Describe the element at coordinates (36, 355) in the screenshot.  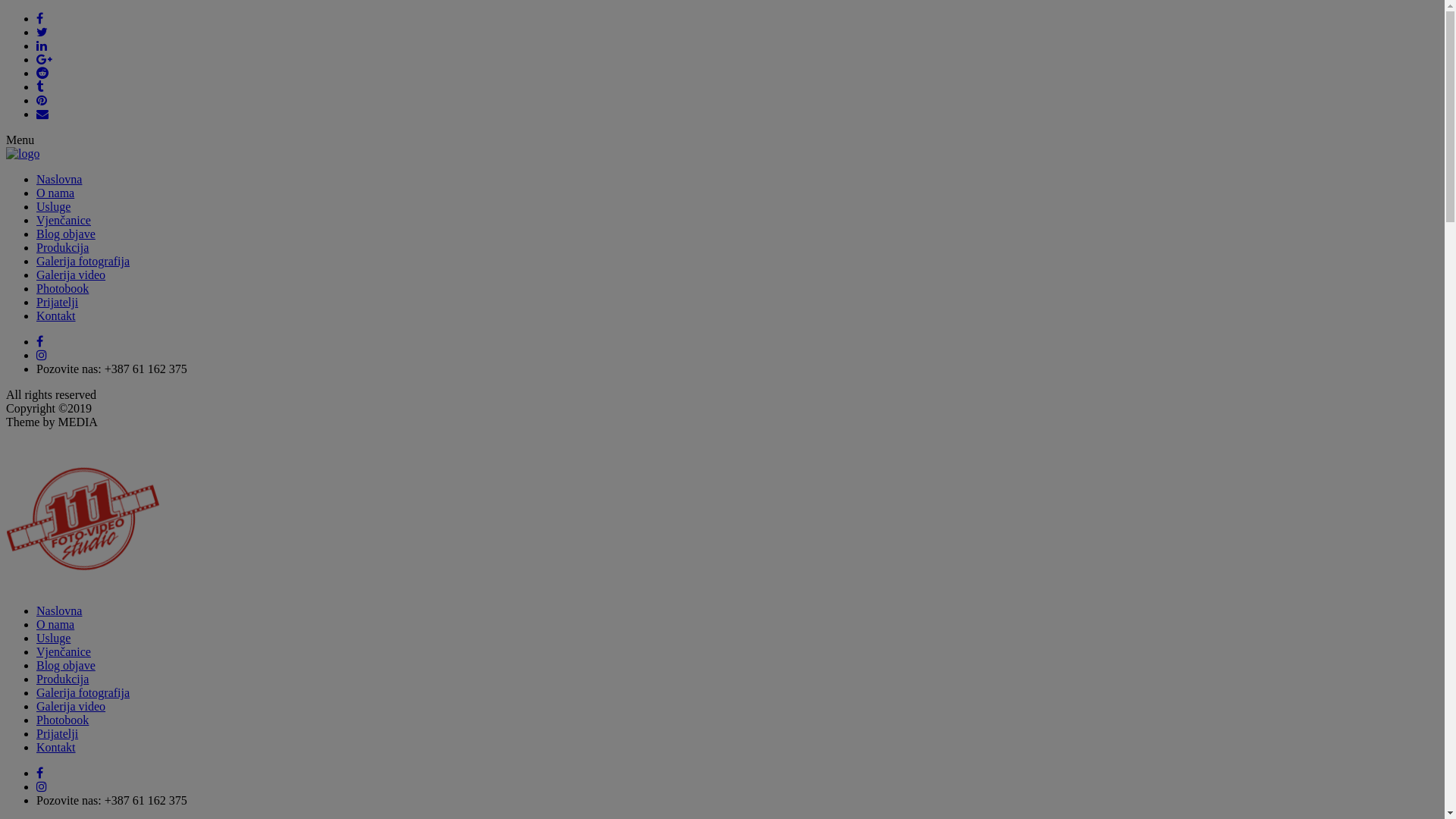
I see `'Instagram'` at that location.